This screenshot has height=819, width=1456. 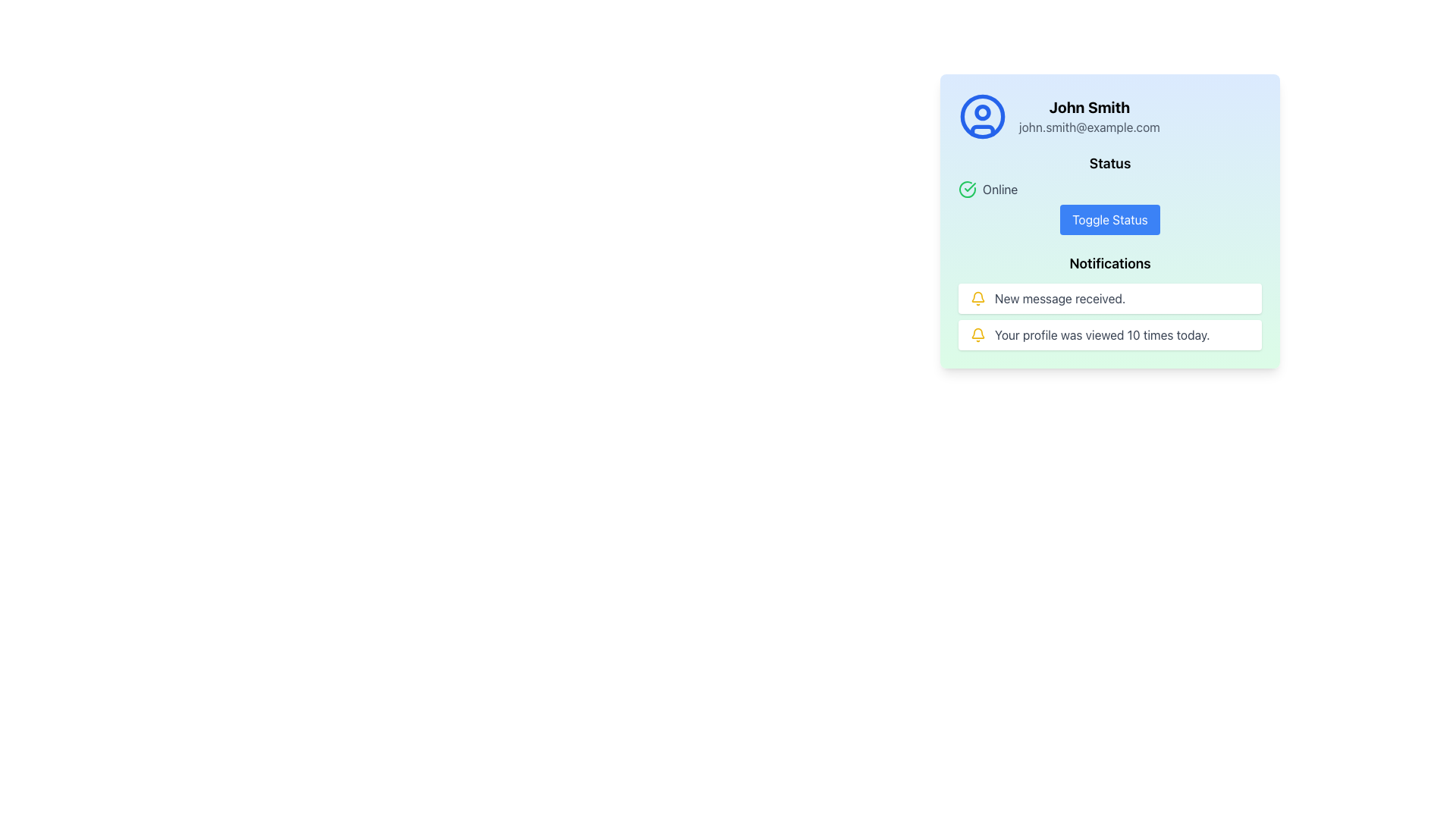 I want to click on static text that informs the user about a new message notification, located in the first row of the notification list inside a notification card, aligned centrally with a bell icon preceding it, so click(x=1059, y=298).